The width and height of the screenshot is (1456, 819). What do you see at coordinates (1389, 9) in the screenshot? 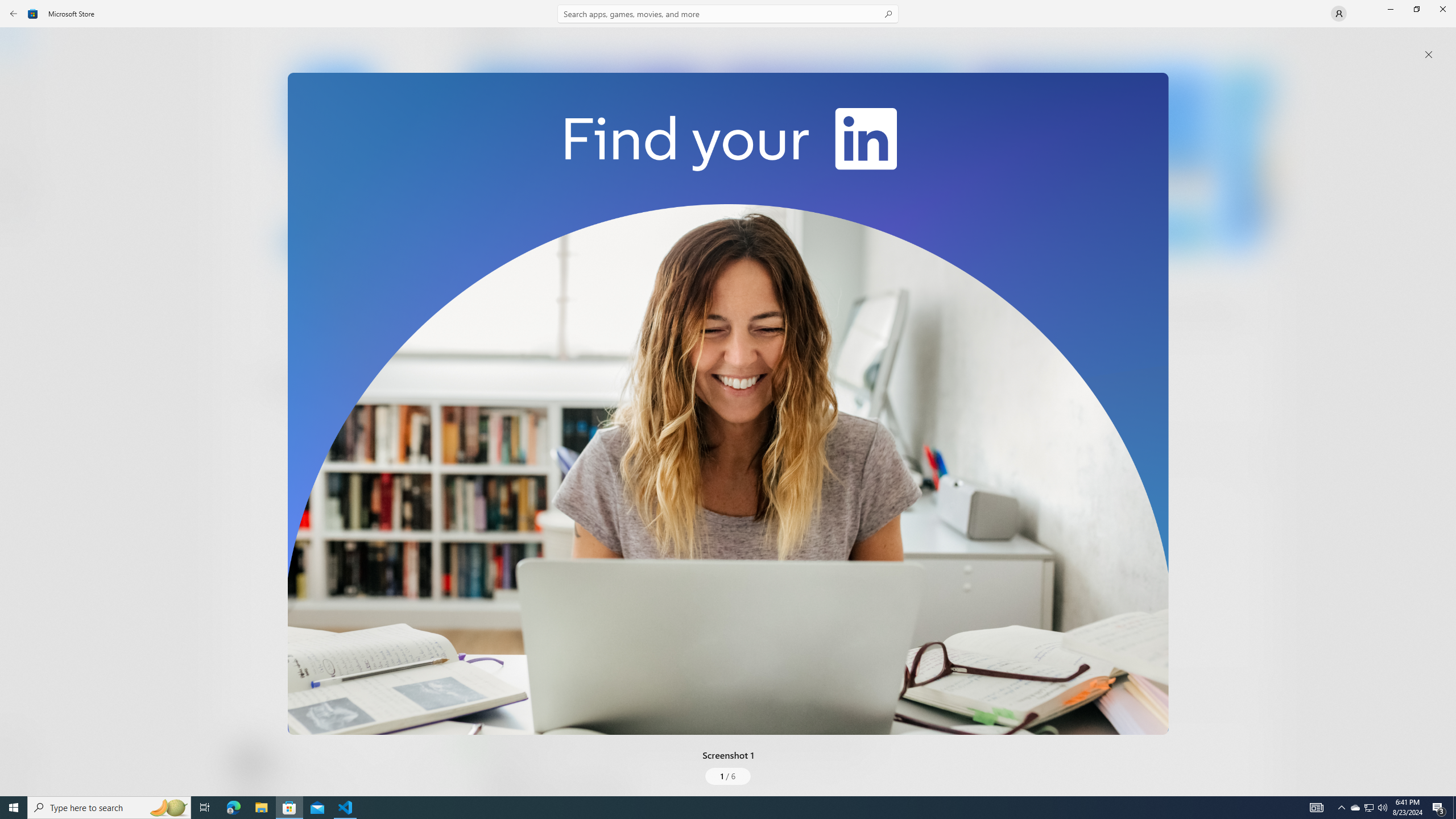
I see `'Minimize Microsoft Store'` at bounding box center [1389, 9].